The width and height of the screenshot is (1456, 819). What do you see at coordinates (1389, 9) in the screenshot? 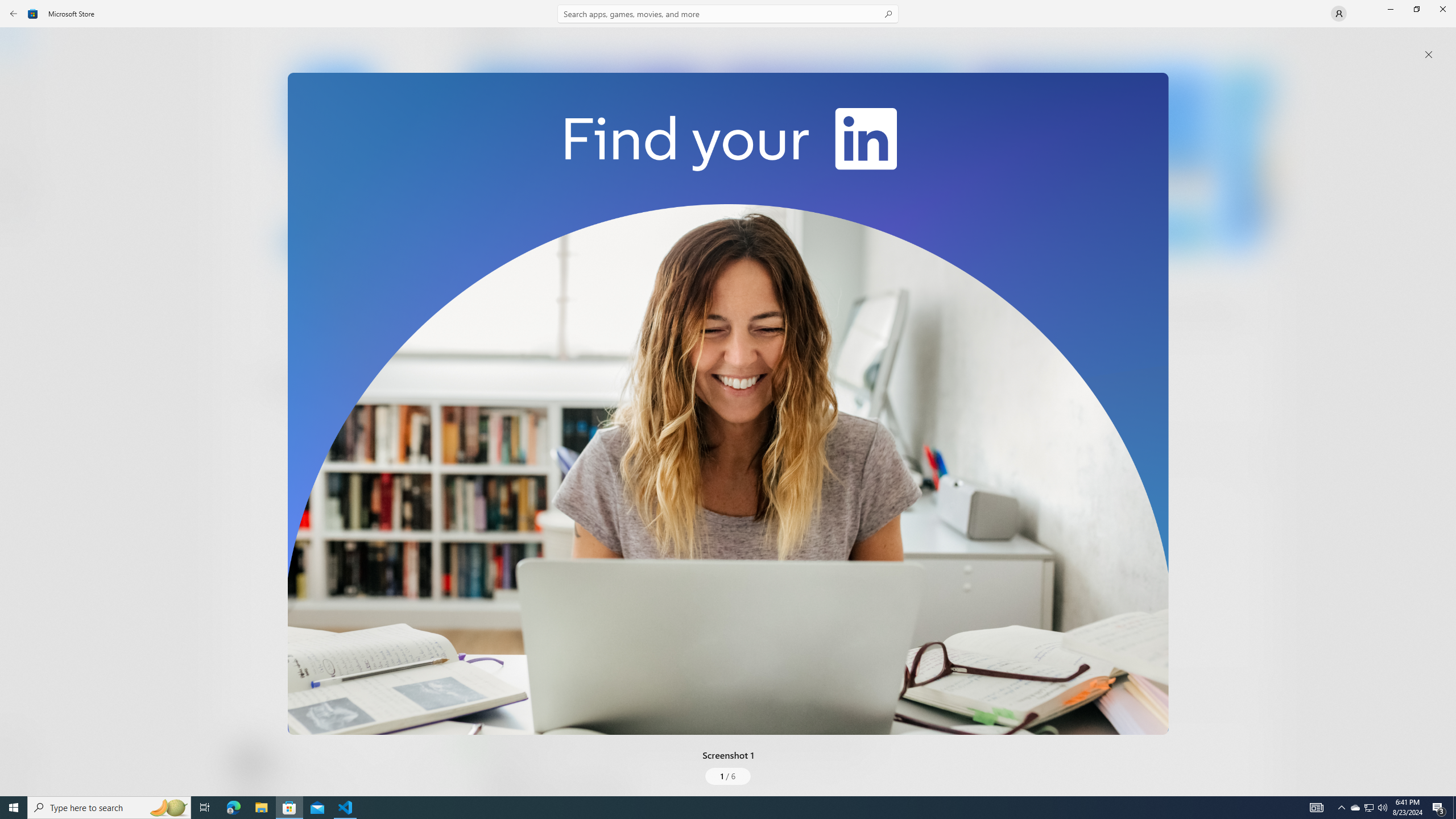
I see `'Minimize Microsoft Store'` at bounding box center [1389, 9].